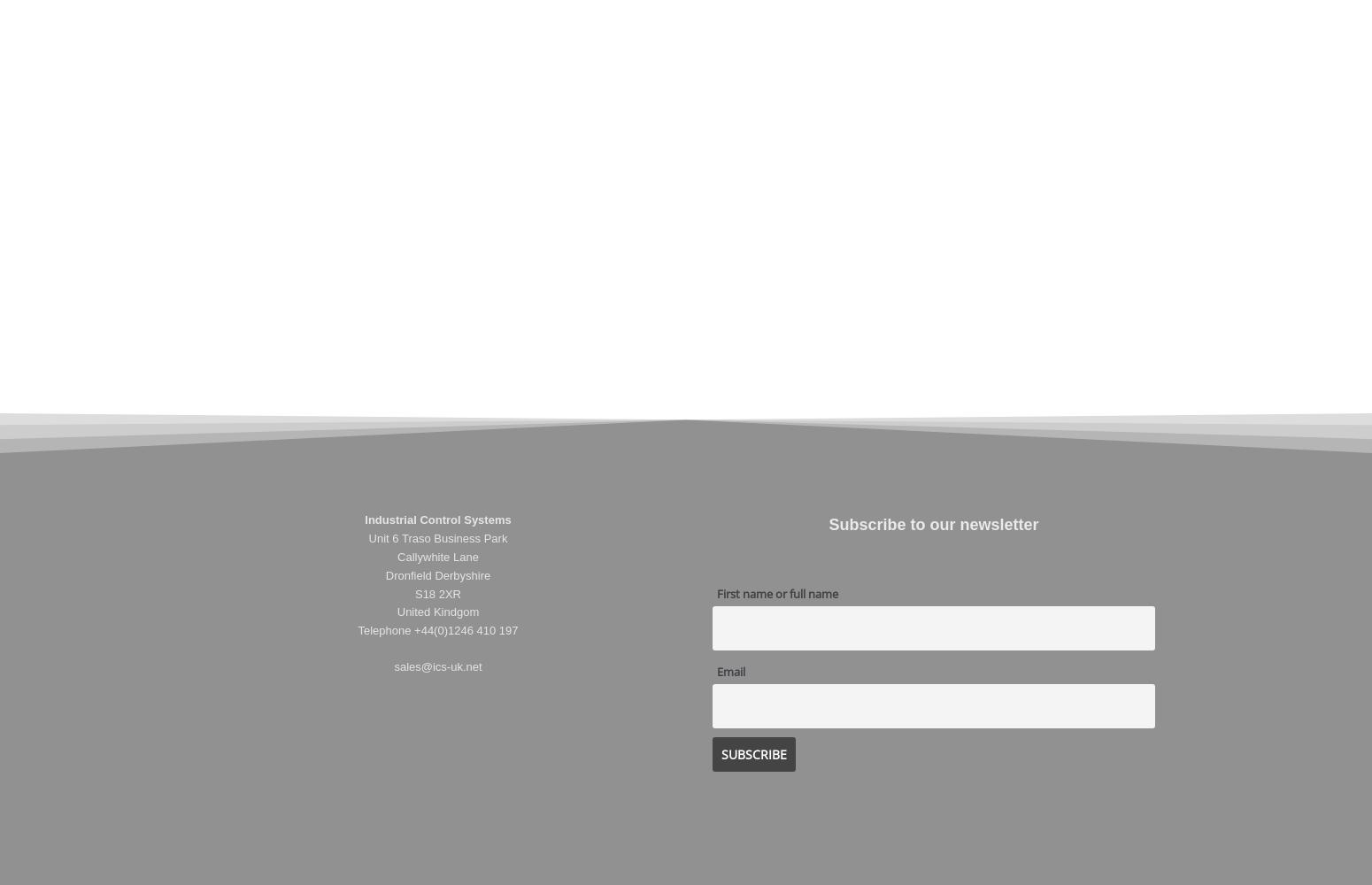 The image size is (1372, 885). I want to click on 'Telephone +44(0)1246 410 197', so click(436, 629).